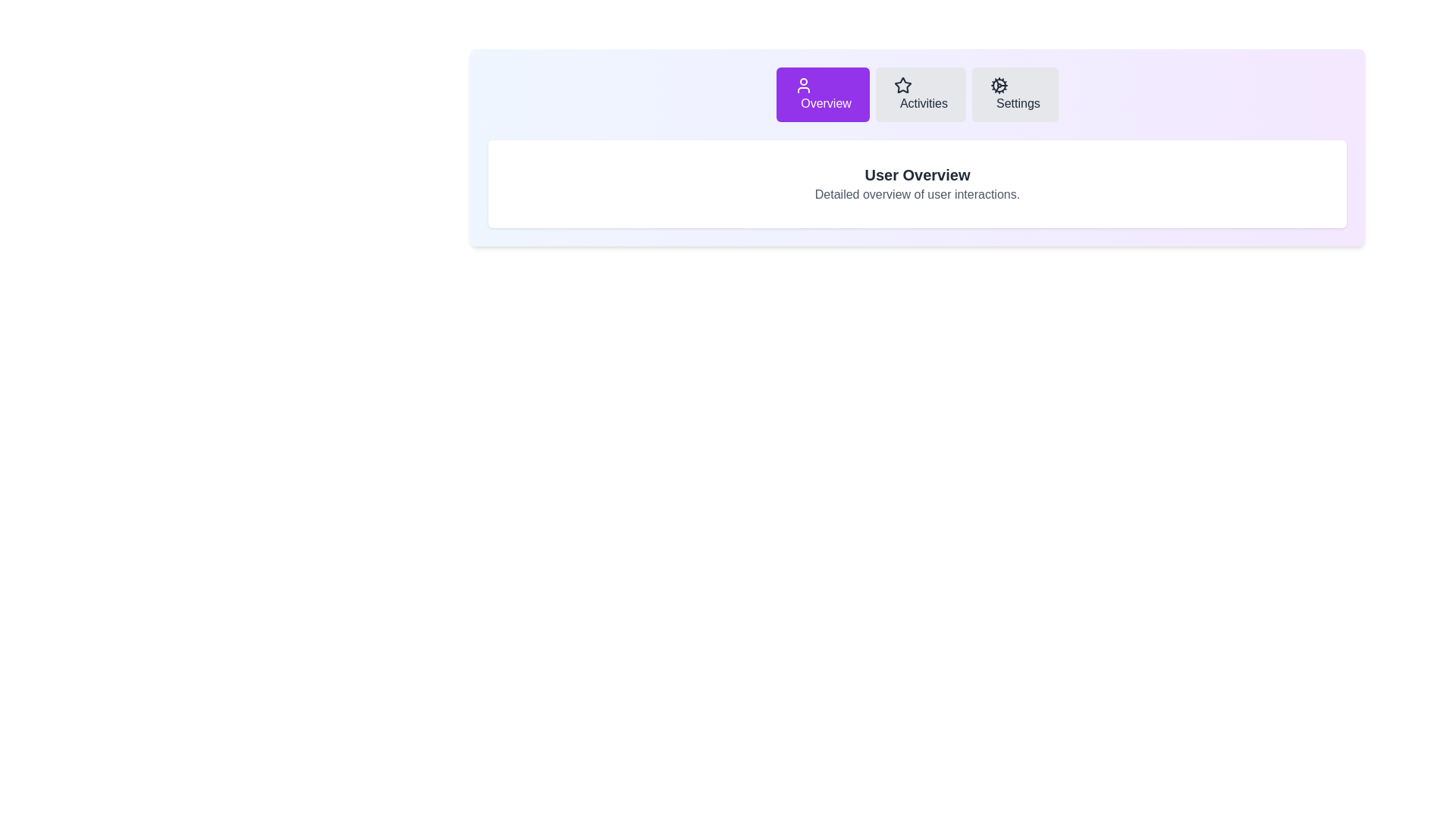 Image resolution: width=1456 pixels, height=819 pixels. I want to click on the 'Overview' label within the first button of the horizontal button group located at the top-center of the interface, so click(825, 102).